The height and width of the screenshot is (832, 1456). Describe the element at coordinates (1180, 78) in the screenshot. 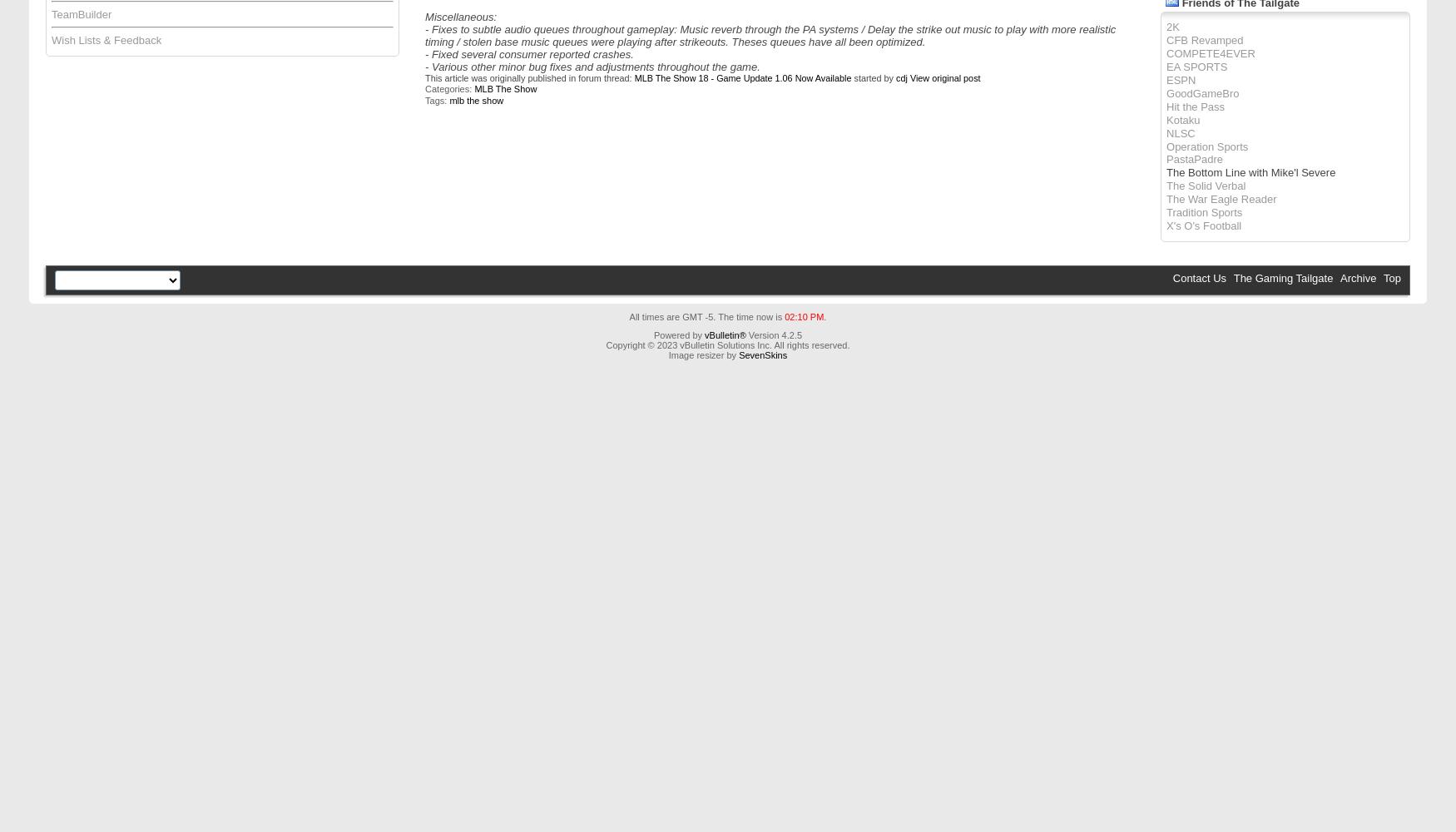

I see `'ESPN'` at that location.